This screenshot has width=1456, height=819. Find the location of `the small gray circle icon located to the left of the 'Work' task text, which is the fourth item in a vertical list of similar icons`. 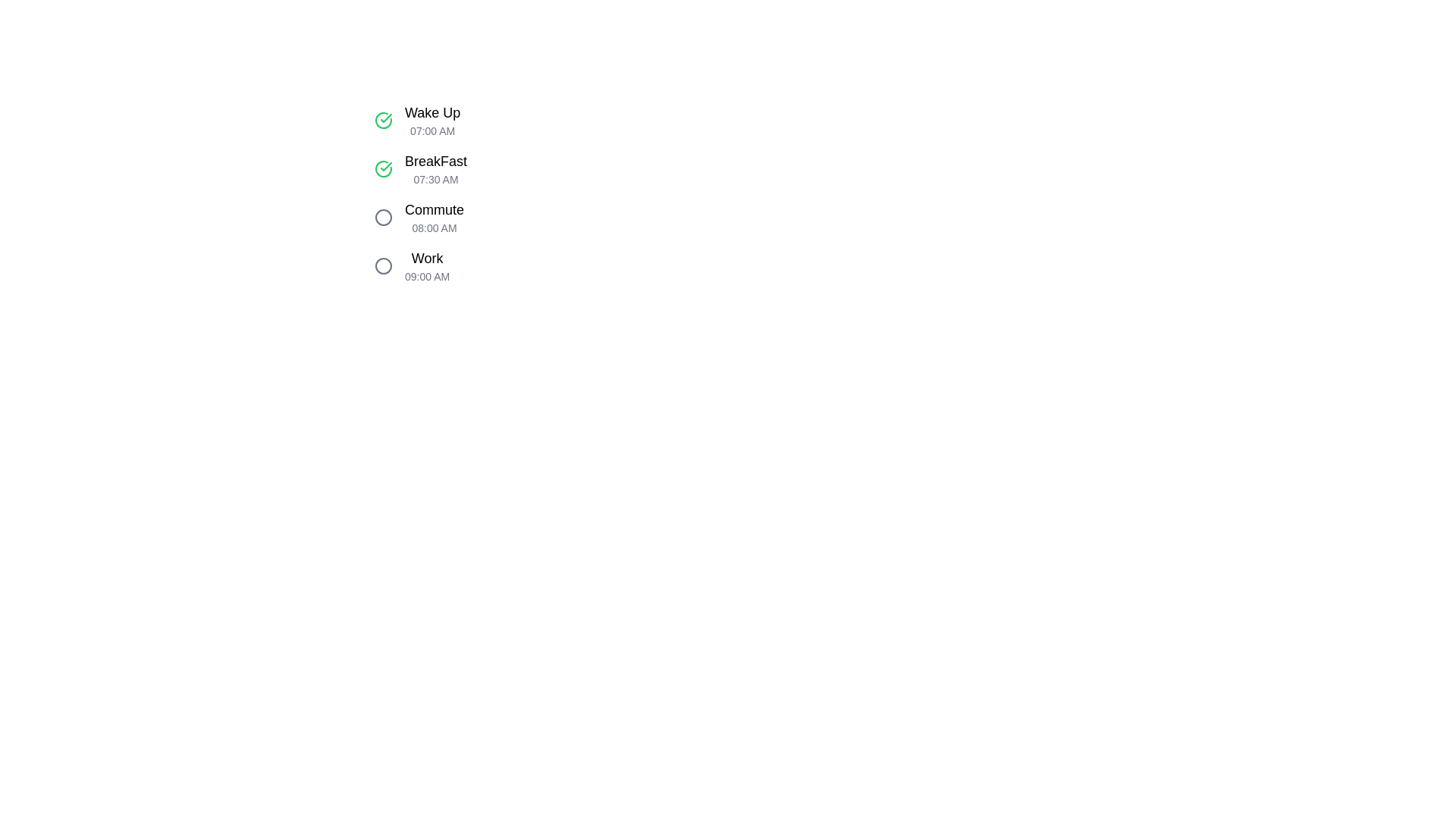

the small gray circle icon located to the left of the 'Work' task text, which is the fourth item in a vertical list of similar icons is located at coordinates (383, 265).